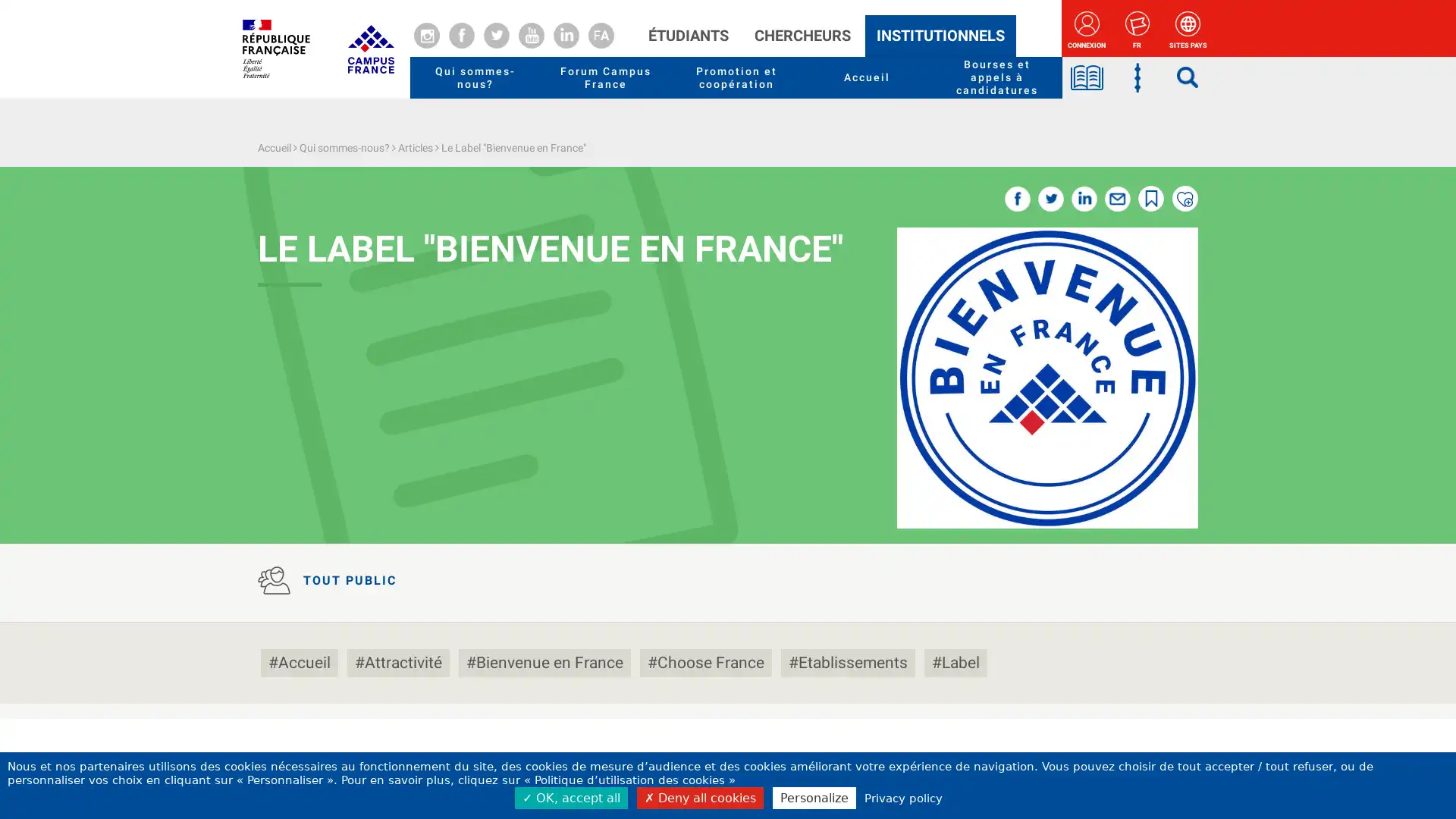 The width and height of the screenshot is (1456, 819). What do you see at coordinates (902, 797) in the screenshot?
I see `Privacy policy` at bounding box center [902, 797].